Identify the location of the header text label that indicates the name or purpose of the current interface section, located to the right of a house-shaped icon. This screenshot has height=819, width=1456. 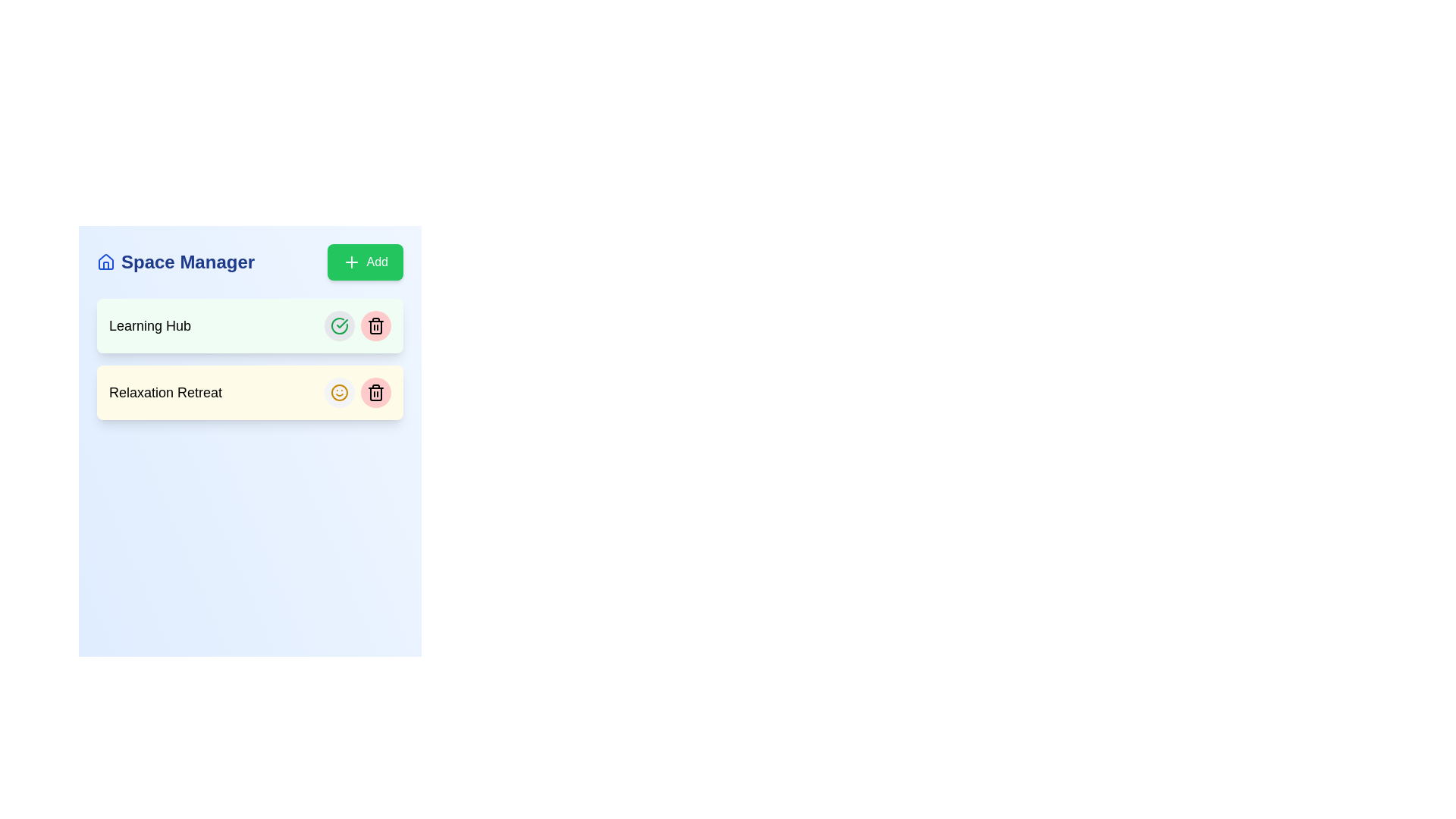
(187, 262).